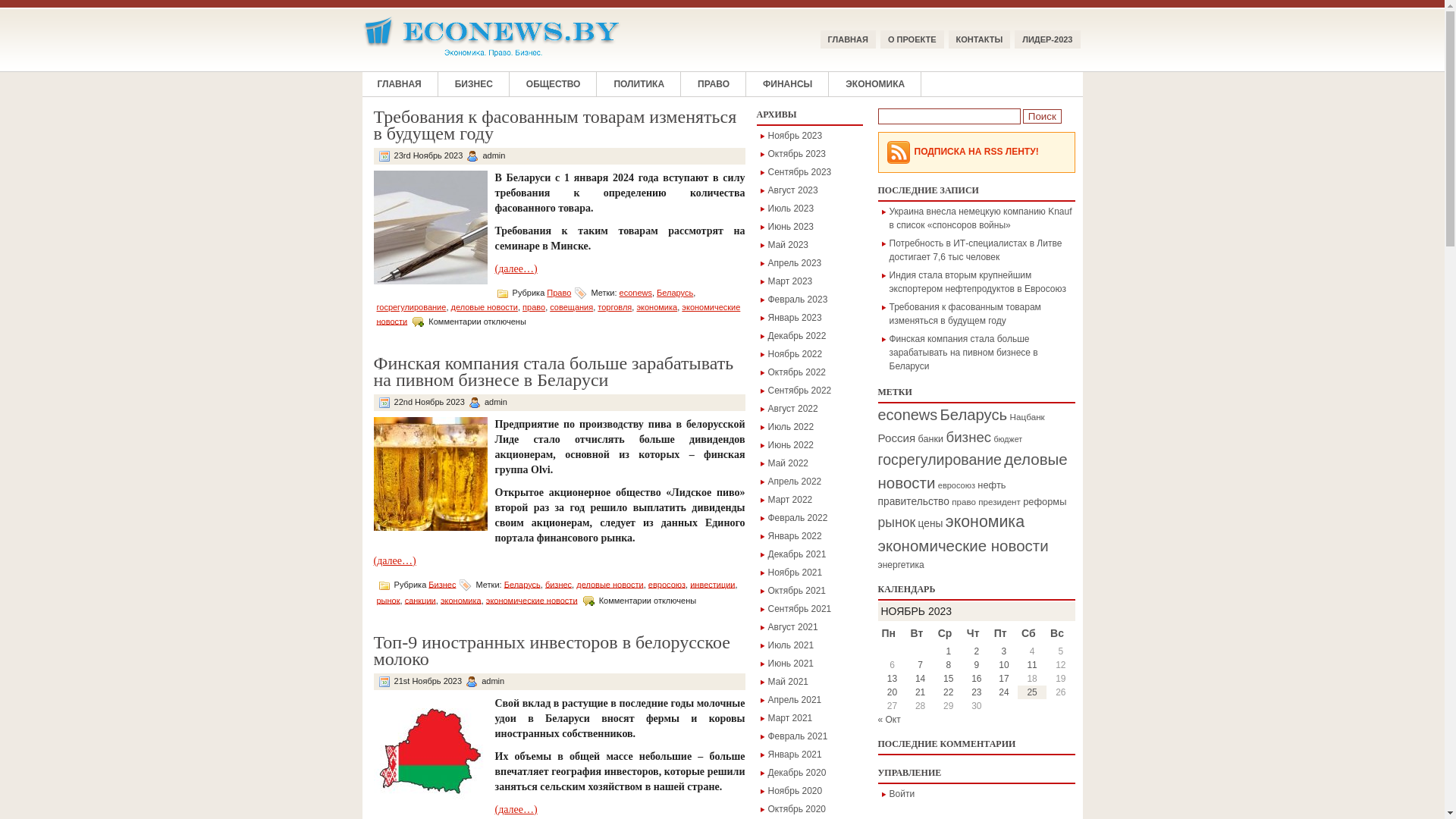  Describe the element at coordinates (976, 651) in the screenshot. I see `'2'` at that location.